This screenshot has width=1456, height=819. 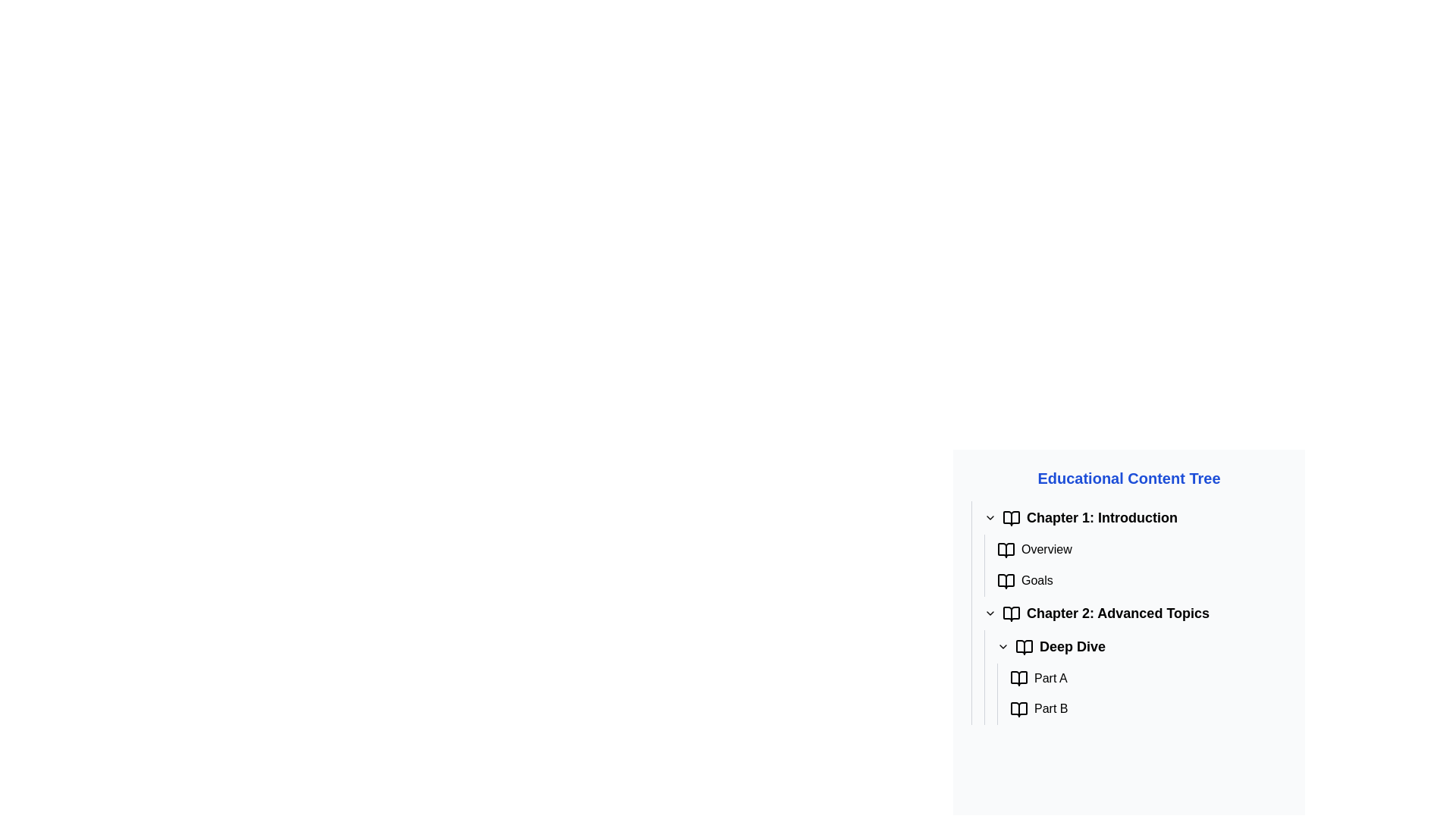 What do you see at coordinates (1038, 709) in the screenshot?
I see `the 'Part B' Label with Icon, which is the second item under the 'Deep Dive' submenu in 'Chapter 2: Advanced Topics'` at bounding box center [1038, 709].